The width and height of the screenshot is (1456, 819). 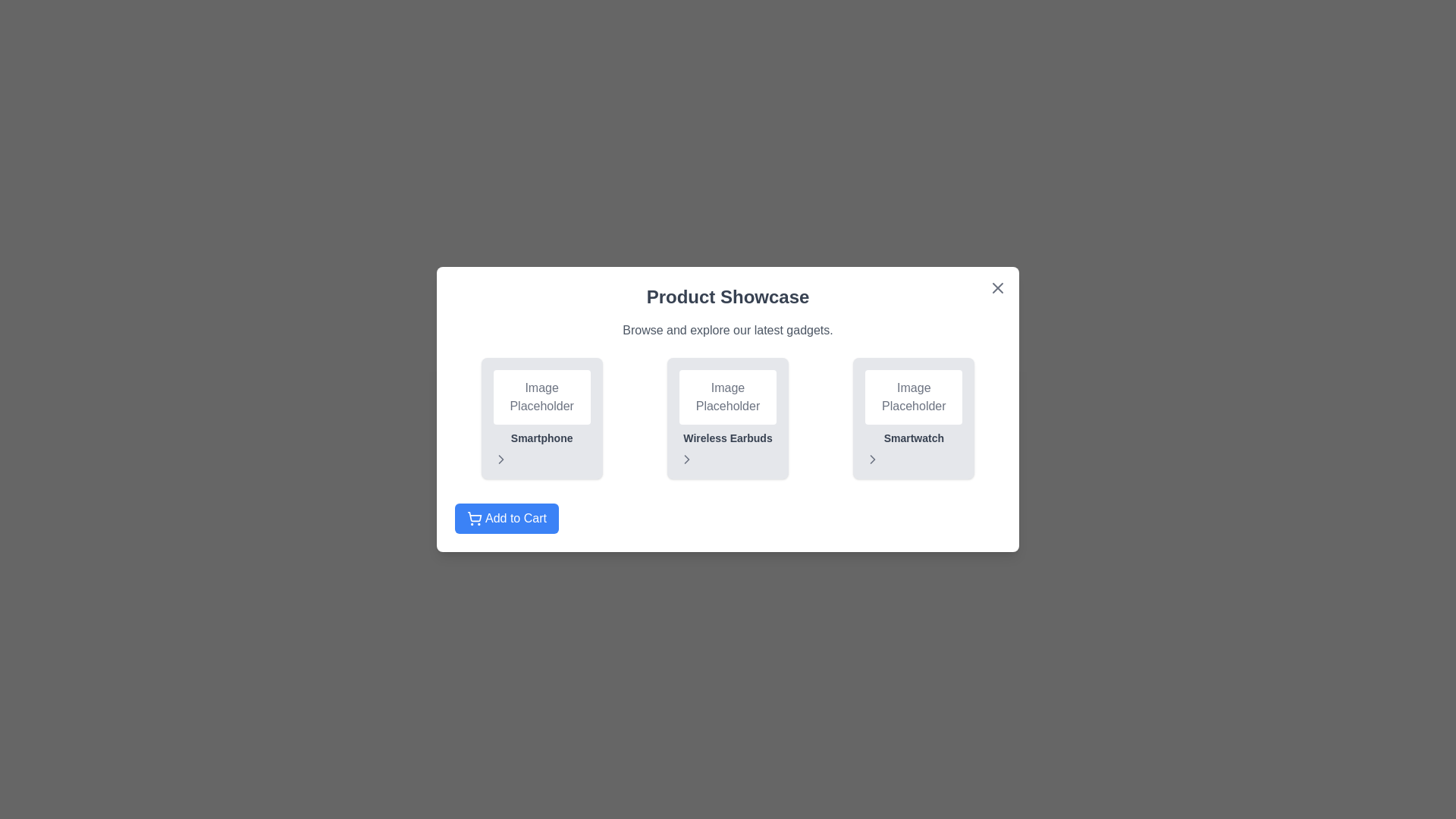 What do you see at coordinates (541, 418) in the screenshot?
I see `the Product card displaying 'Smartphone' with an arrow icon at the bottom right, located in the center area of the modal window beneath 'Product Showcase'` at bounding box center [541, 418].